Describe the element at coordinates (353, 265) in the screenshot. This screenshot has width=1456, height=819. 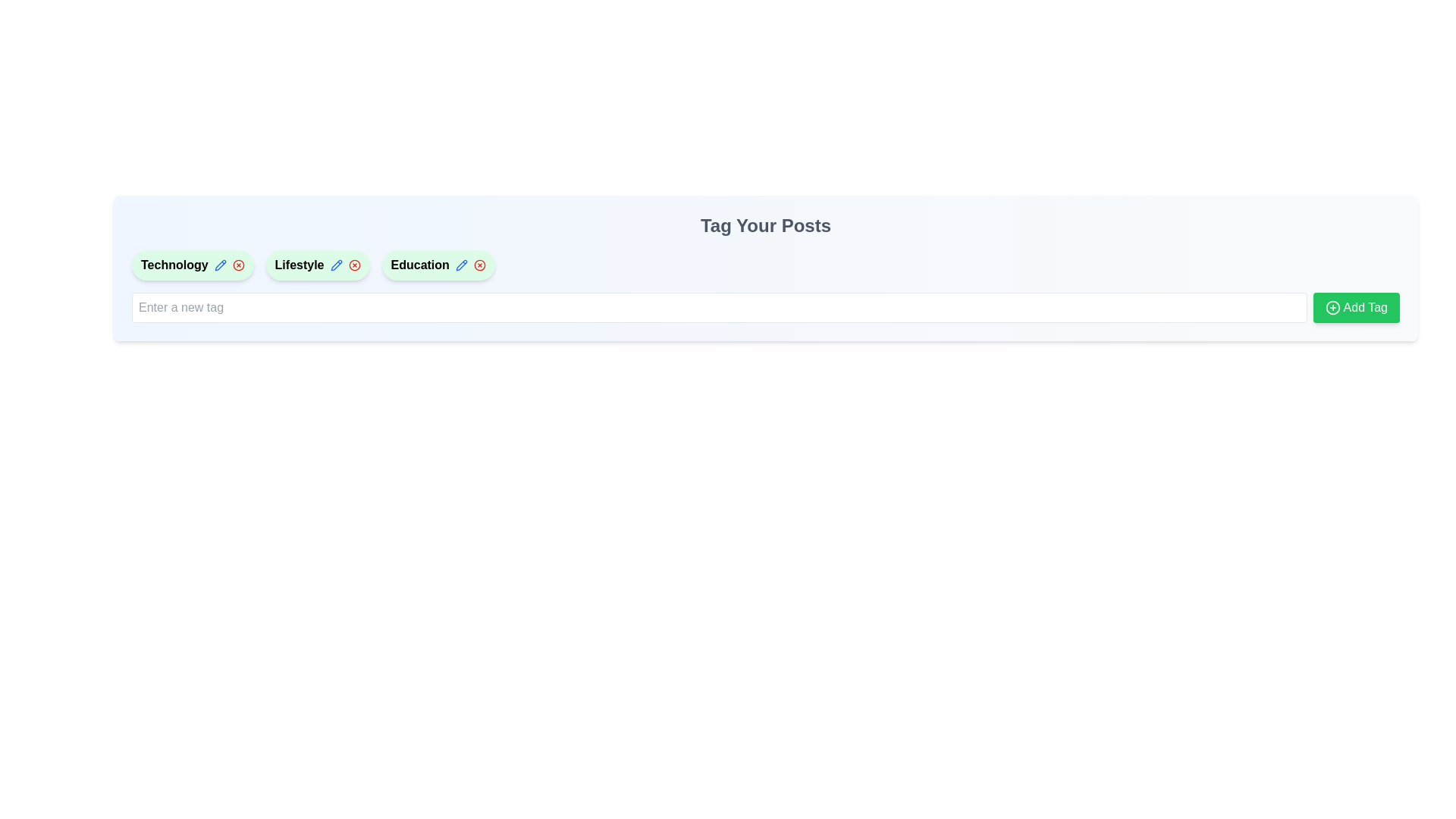
I see `the red circled 'X' delete icon located immediately to the right of the blue pencil icon, next to the 'Lifestyle' text, to initiate a delete action` at that location.